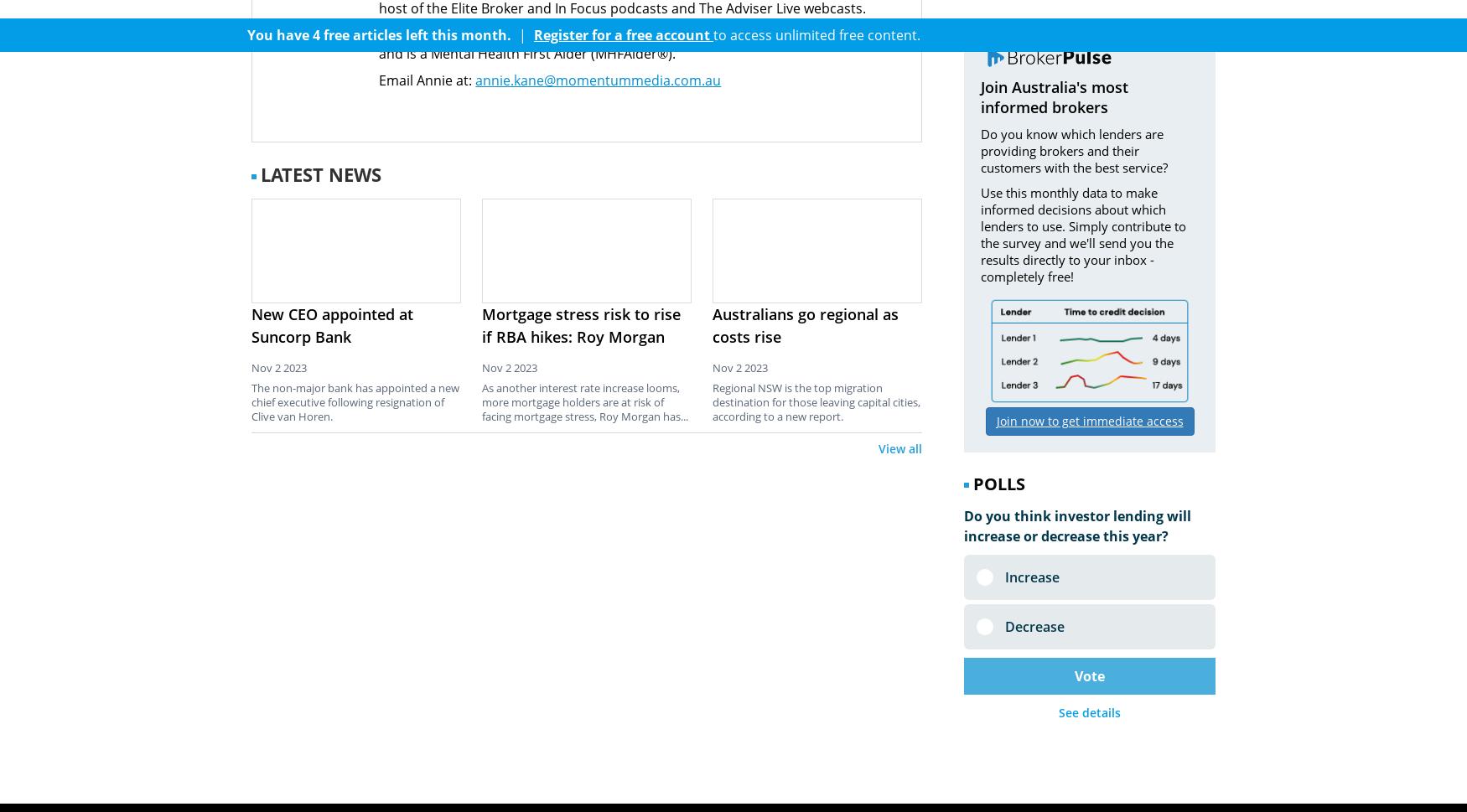 The width and height of the screenshot is (1467, 812). Describe the element at coordinates (331, 324) in the screenshot. I see `'New CEO appointed at Suncorp Bank'` at that location.